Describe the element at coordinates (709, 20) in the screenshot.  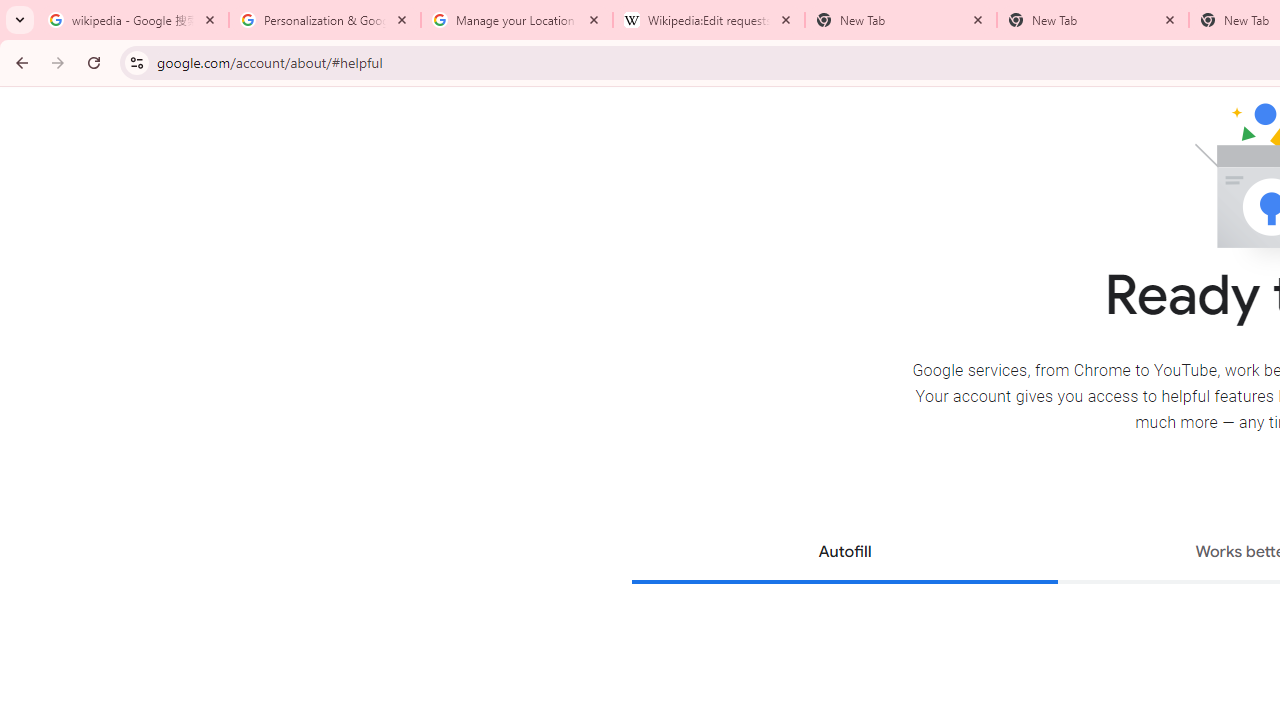
I see `'Wikipedia:Edit requests - Wikipedia'` at that location.